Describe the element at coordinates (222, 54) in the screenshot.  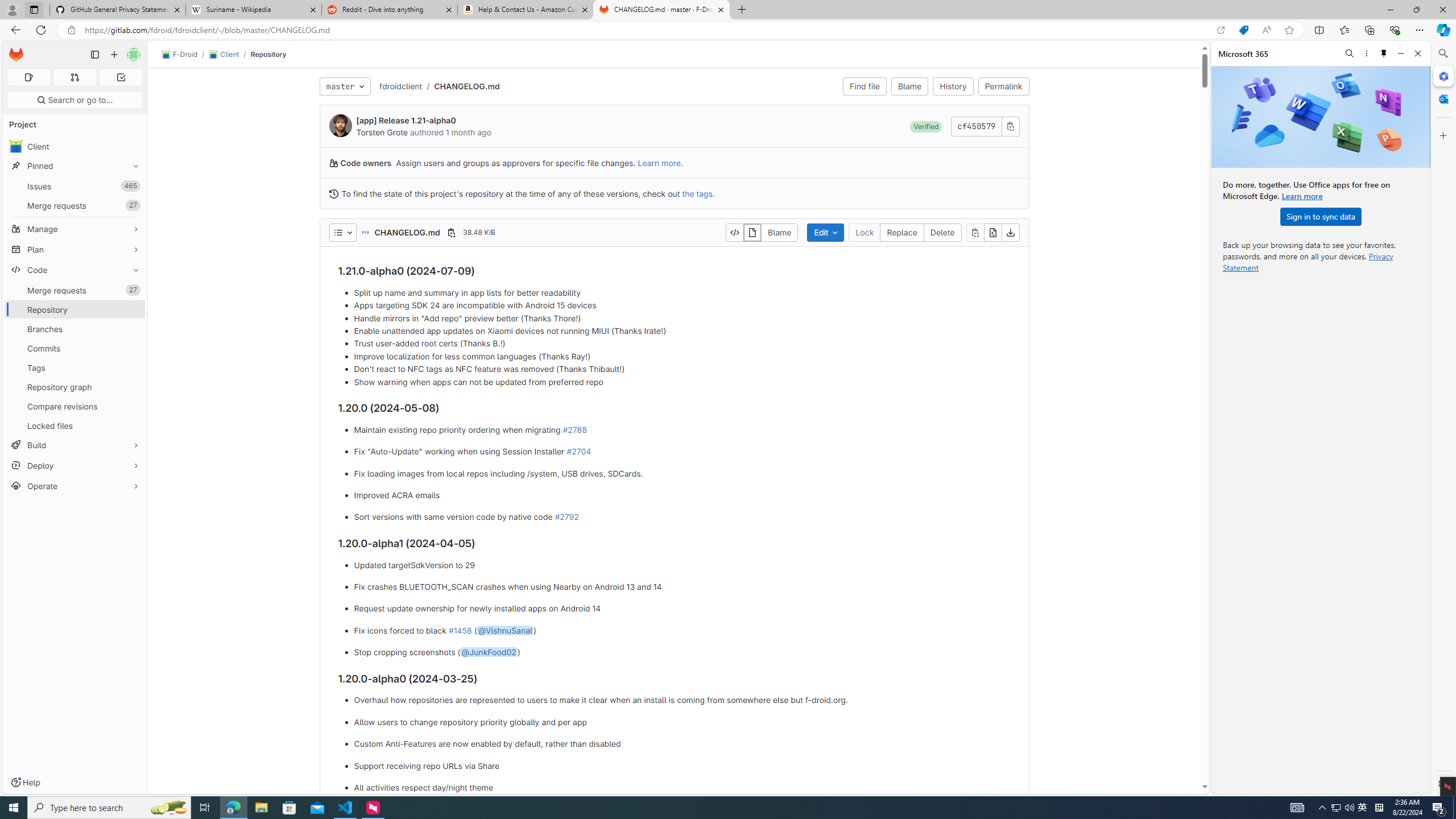
I see `'Client'` at that location.